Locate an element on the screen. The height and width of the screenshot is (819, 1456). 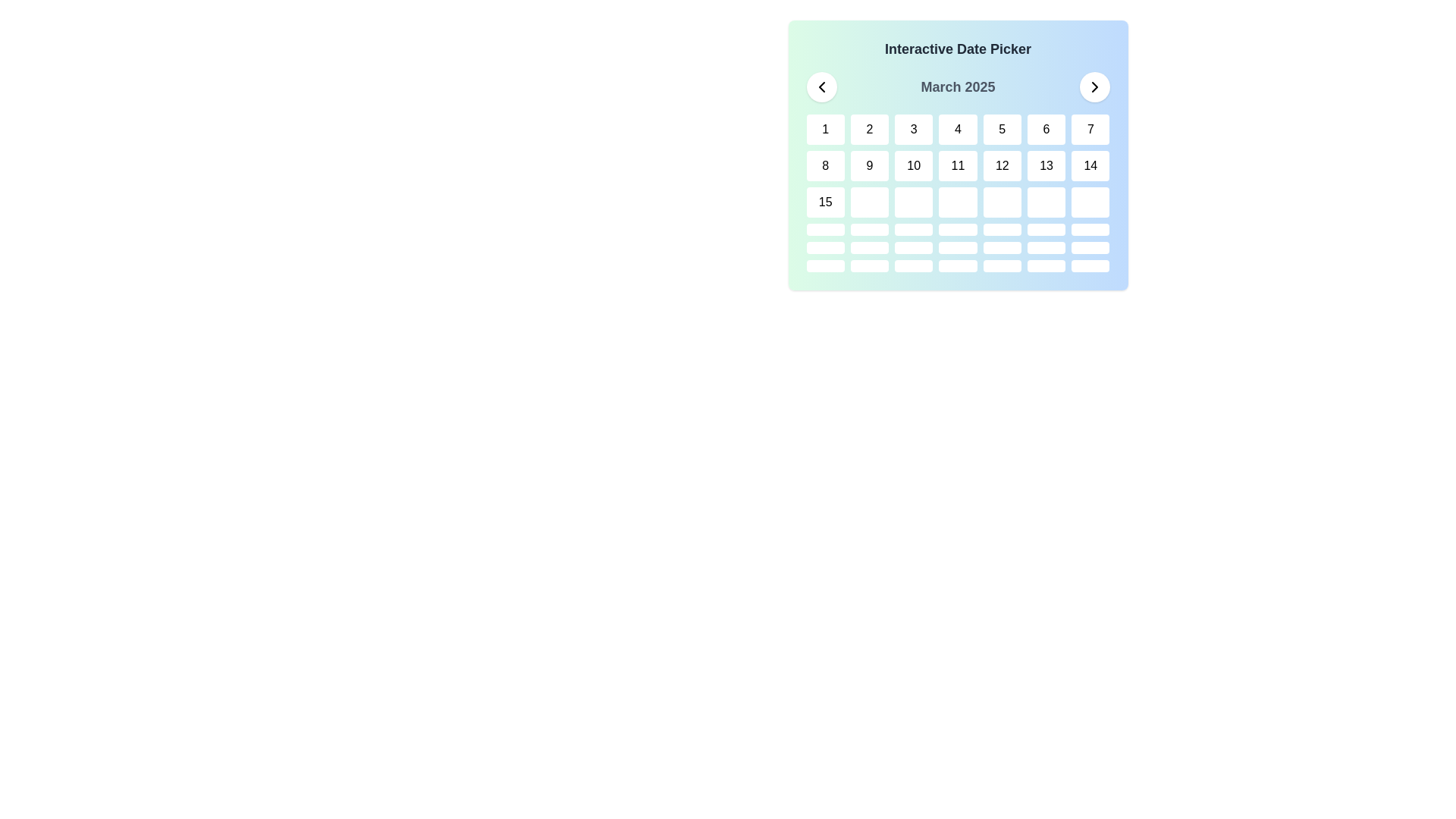
the seventh button in the fourth row of the calendar date picker interface is located at coordinates (1090, 230).